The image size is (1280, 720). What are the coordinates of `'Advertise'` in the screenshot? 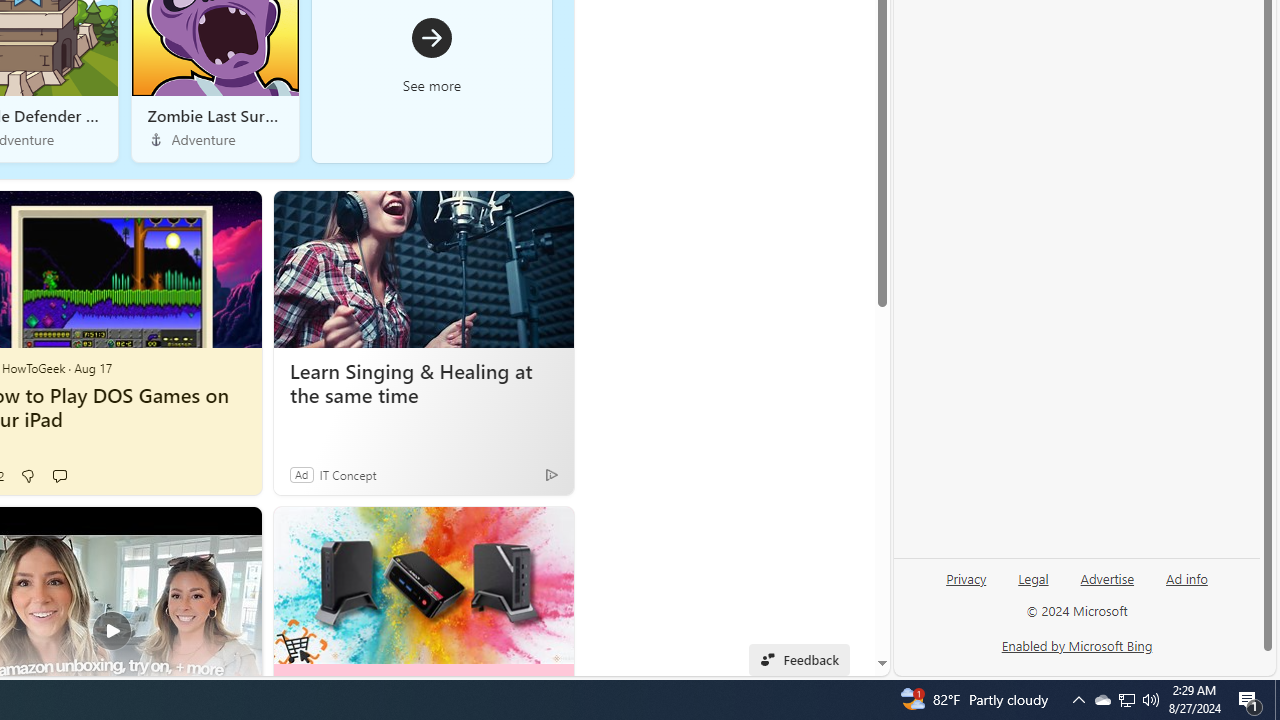 It's located at (1106, 577).